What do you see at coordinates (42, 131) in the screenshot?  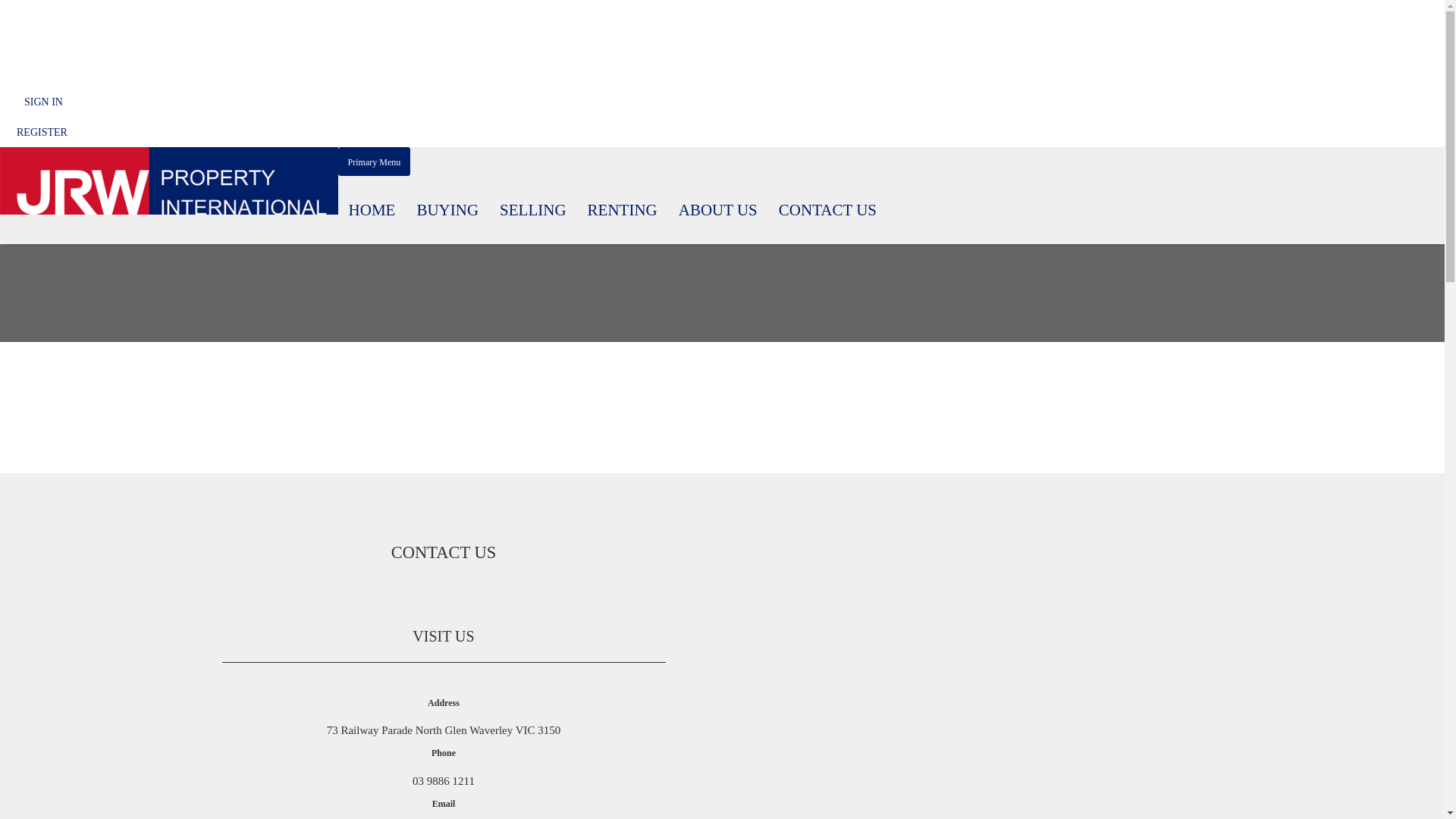 I see `'REGISTER'` at bounding box center [42, 131].